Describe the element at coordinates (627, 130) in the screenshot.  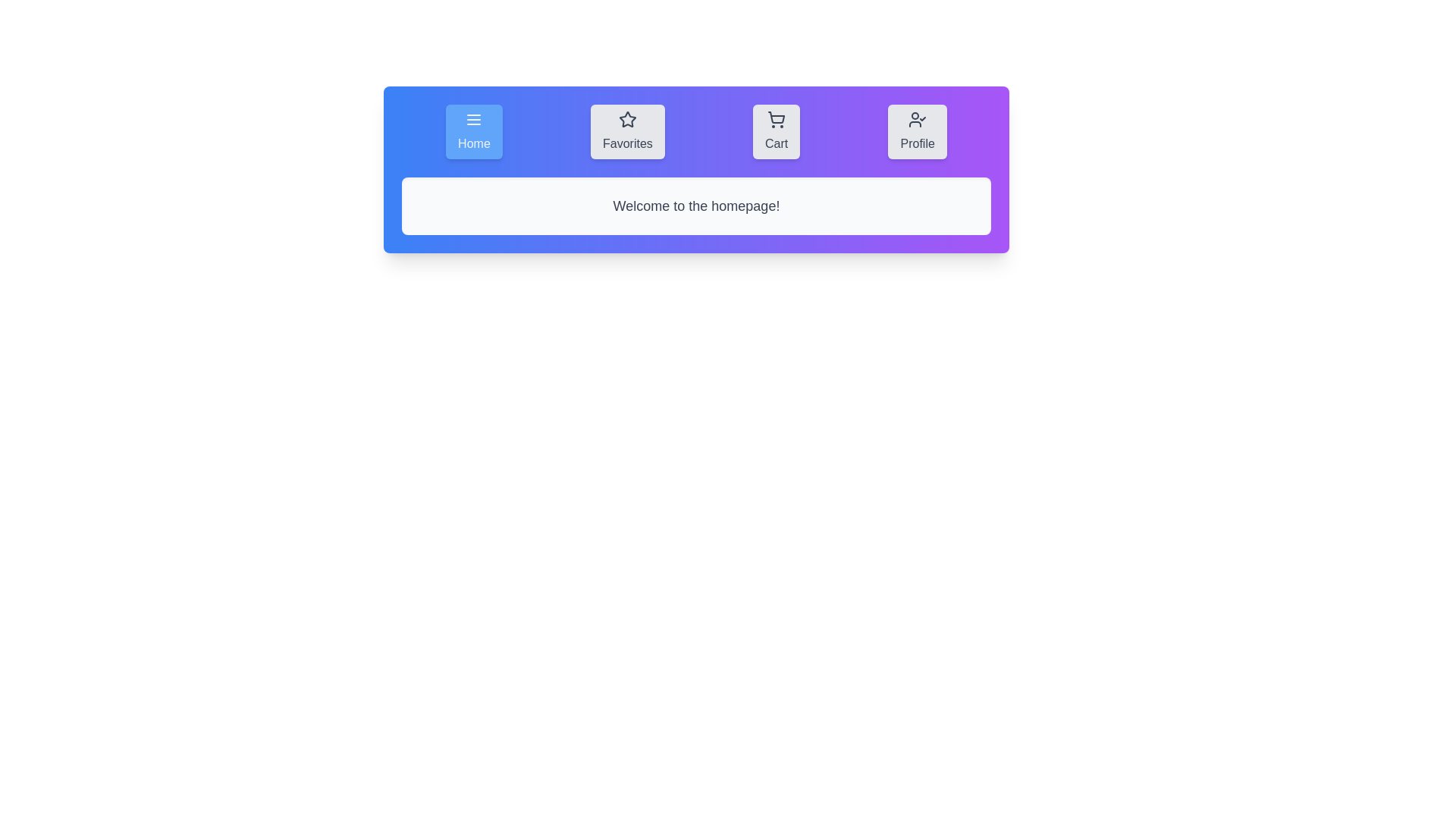
I see `the 'Favorites' navigation button, which features a star icon and a light gray background` at that location.